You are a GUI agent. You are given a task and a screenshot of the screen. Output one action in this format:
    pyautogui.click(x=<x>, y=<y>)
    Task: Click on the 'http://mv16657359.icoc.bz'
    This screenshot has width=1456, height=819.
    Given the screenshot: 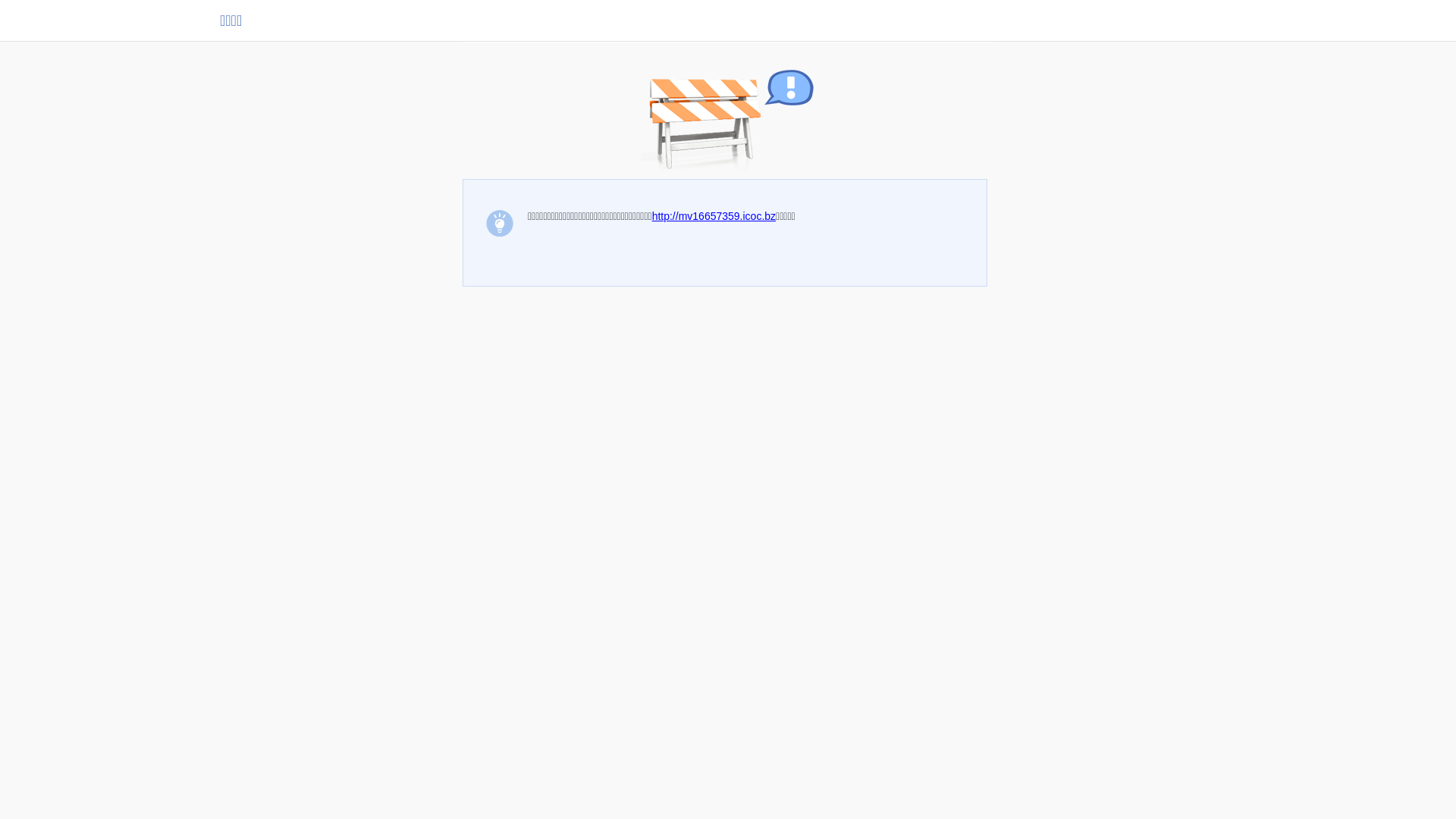 What is the action you would take?
    pyautogui.click(x=713, y=216)
    